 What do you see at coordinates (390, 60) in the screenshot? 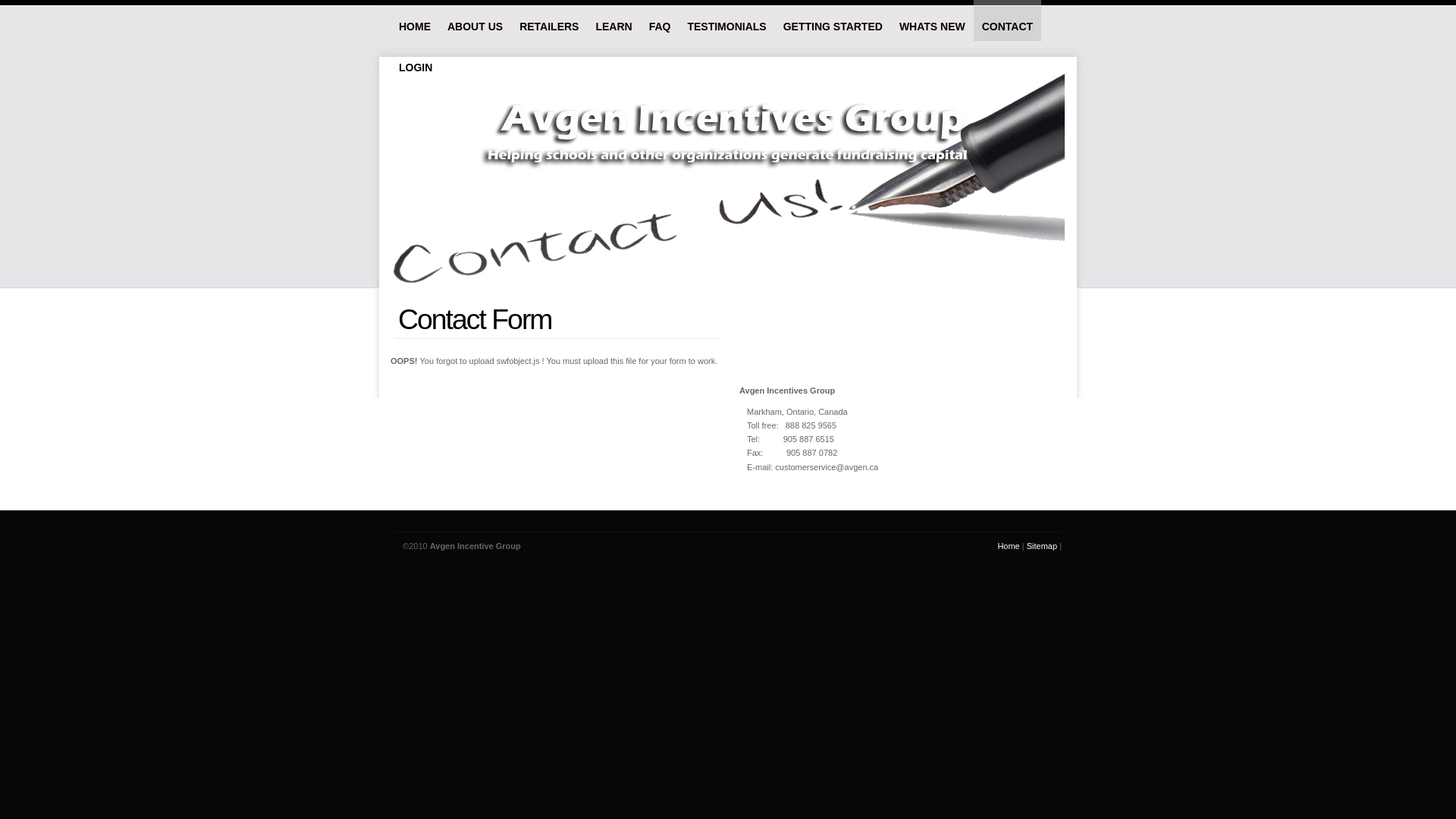
I see `'LOGIN'` at bounding box center [390, 60].